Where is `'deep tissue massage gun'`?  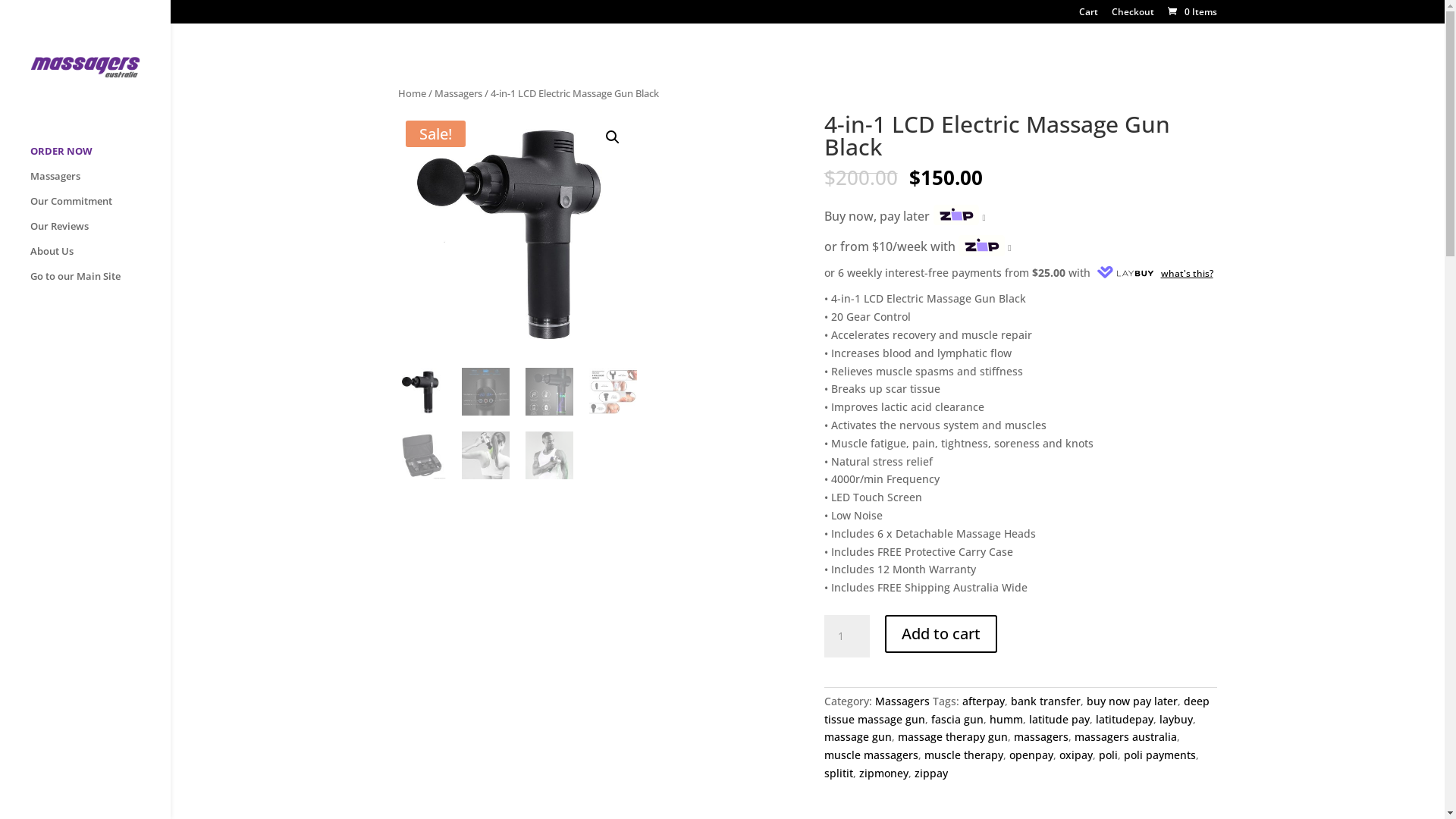 'deep tissue massage gun' is located at coordinates (1016, 710).